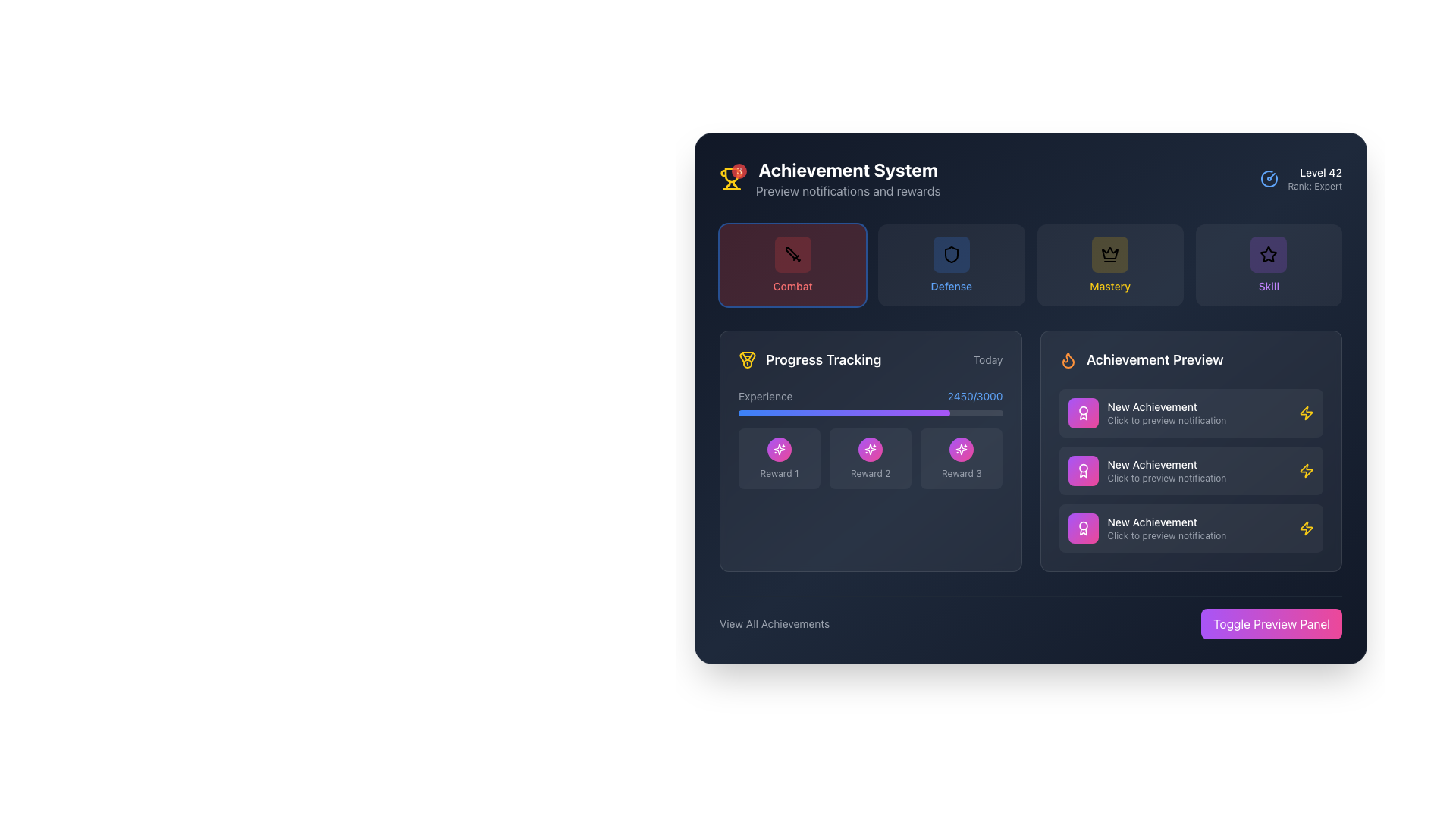  I want to click on the static informational text component that displays 'Click, so click(1197, 421).